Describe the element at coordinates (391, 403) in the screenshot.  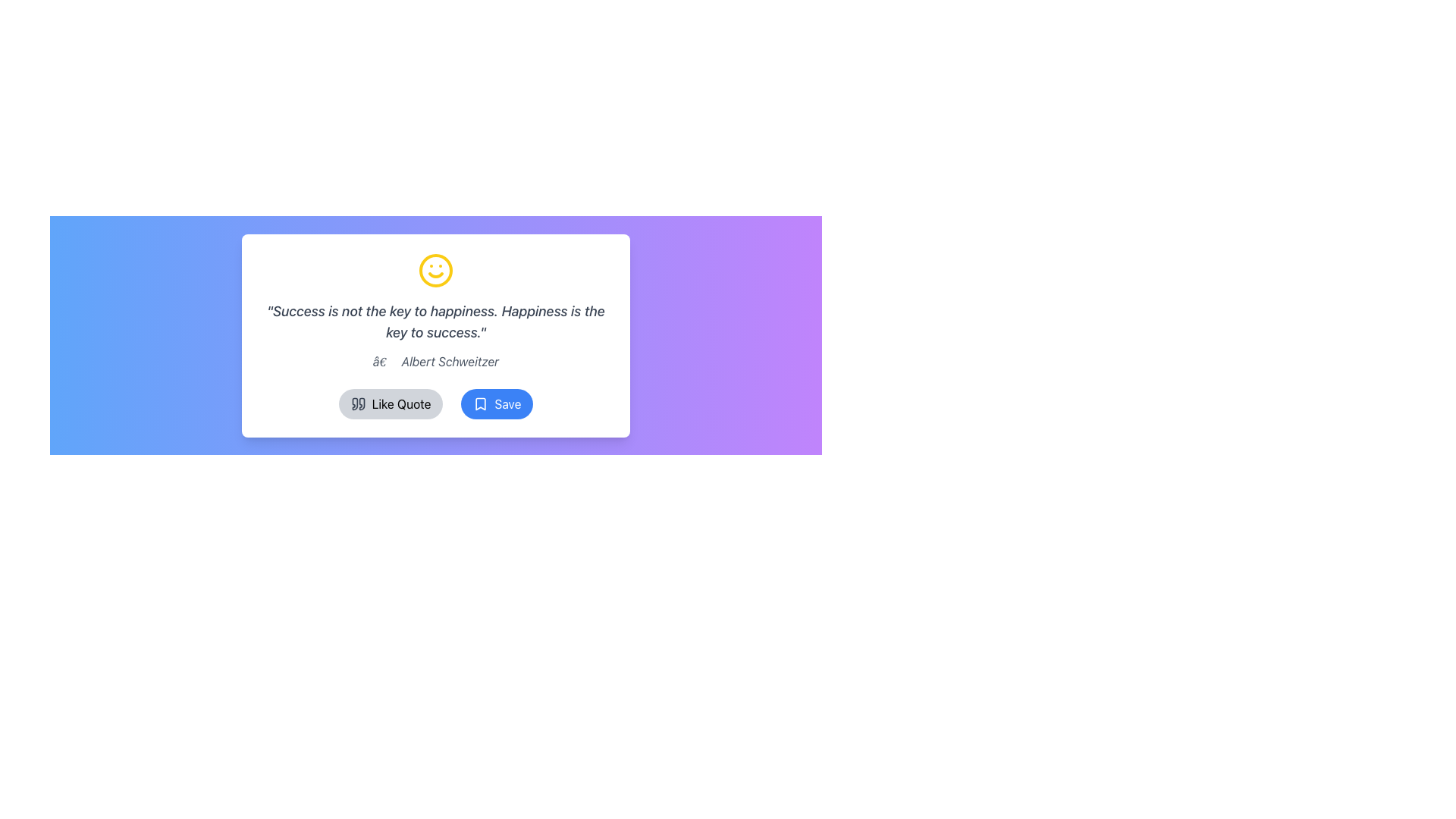
I see `the first button in the group of three buttons that allows users to express their interest or approval of a quote, located slightly to the left of the 'Save' button` at that location.